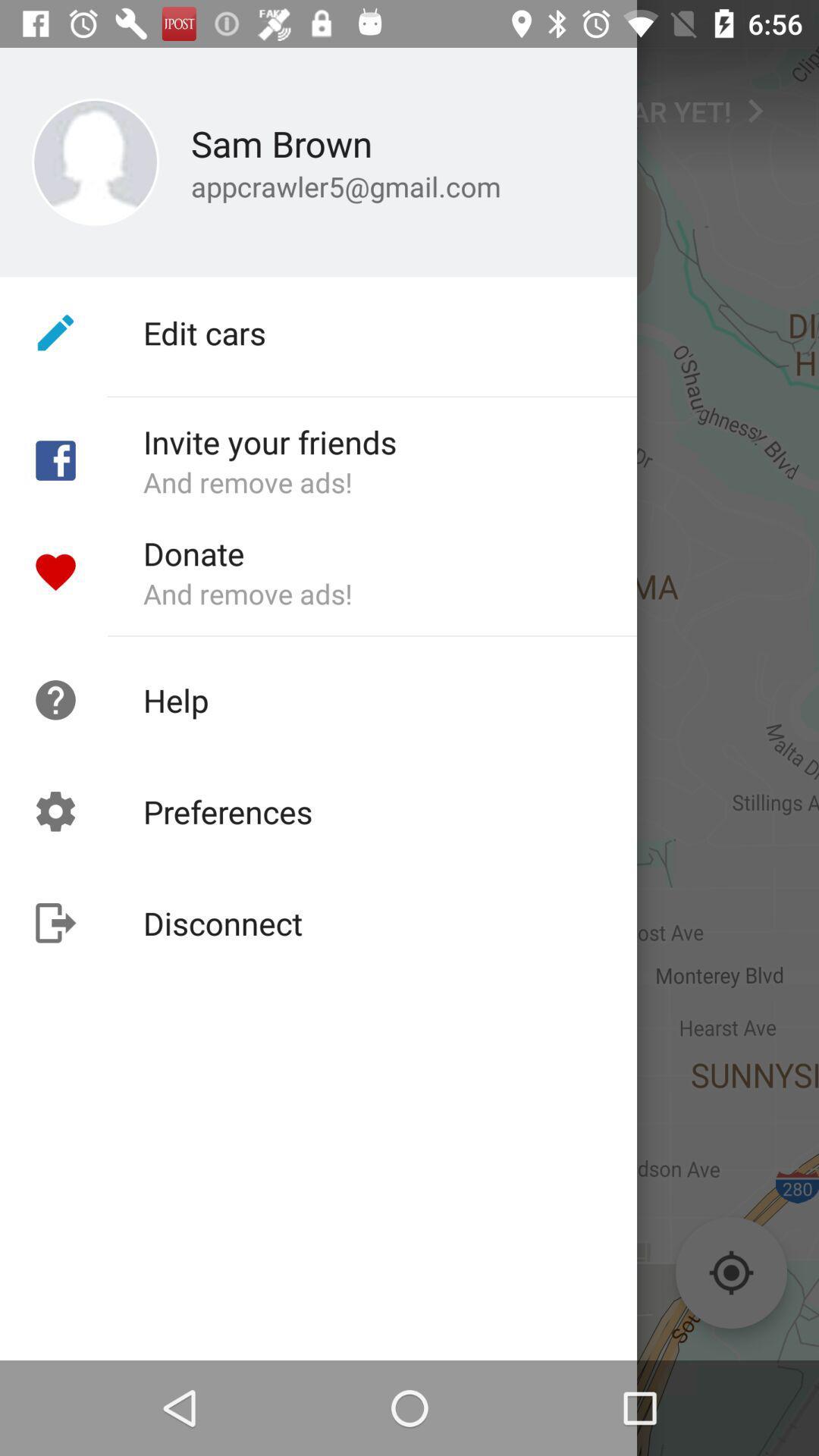  I want to click on the avatar icon, so click(55, 102).